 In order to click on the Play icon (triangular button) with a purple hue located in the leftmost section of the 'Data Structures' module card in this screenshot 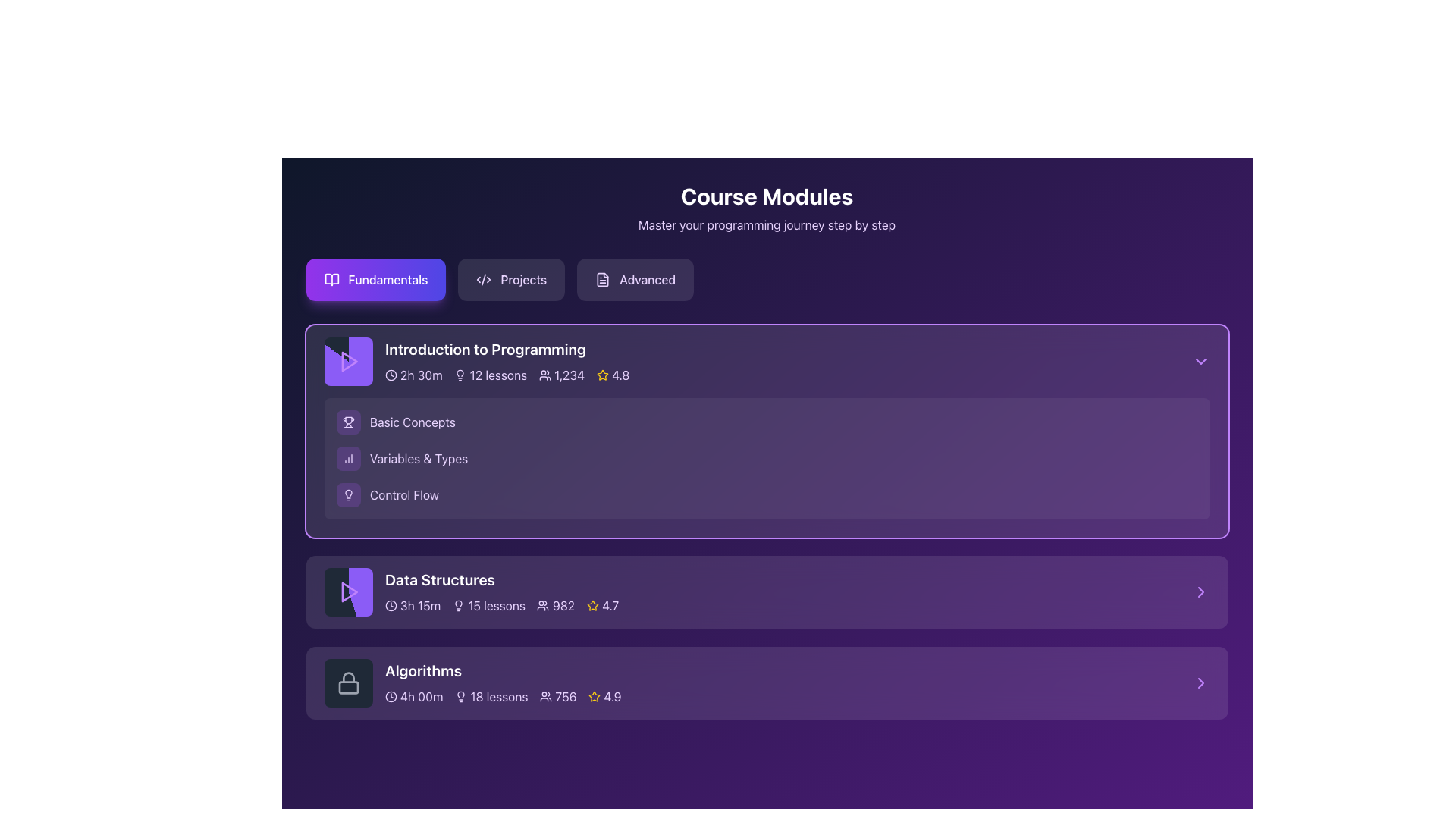, I will do `click(348, 591)`.